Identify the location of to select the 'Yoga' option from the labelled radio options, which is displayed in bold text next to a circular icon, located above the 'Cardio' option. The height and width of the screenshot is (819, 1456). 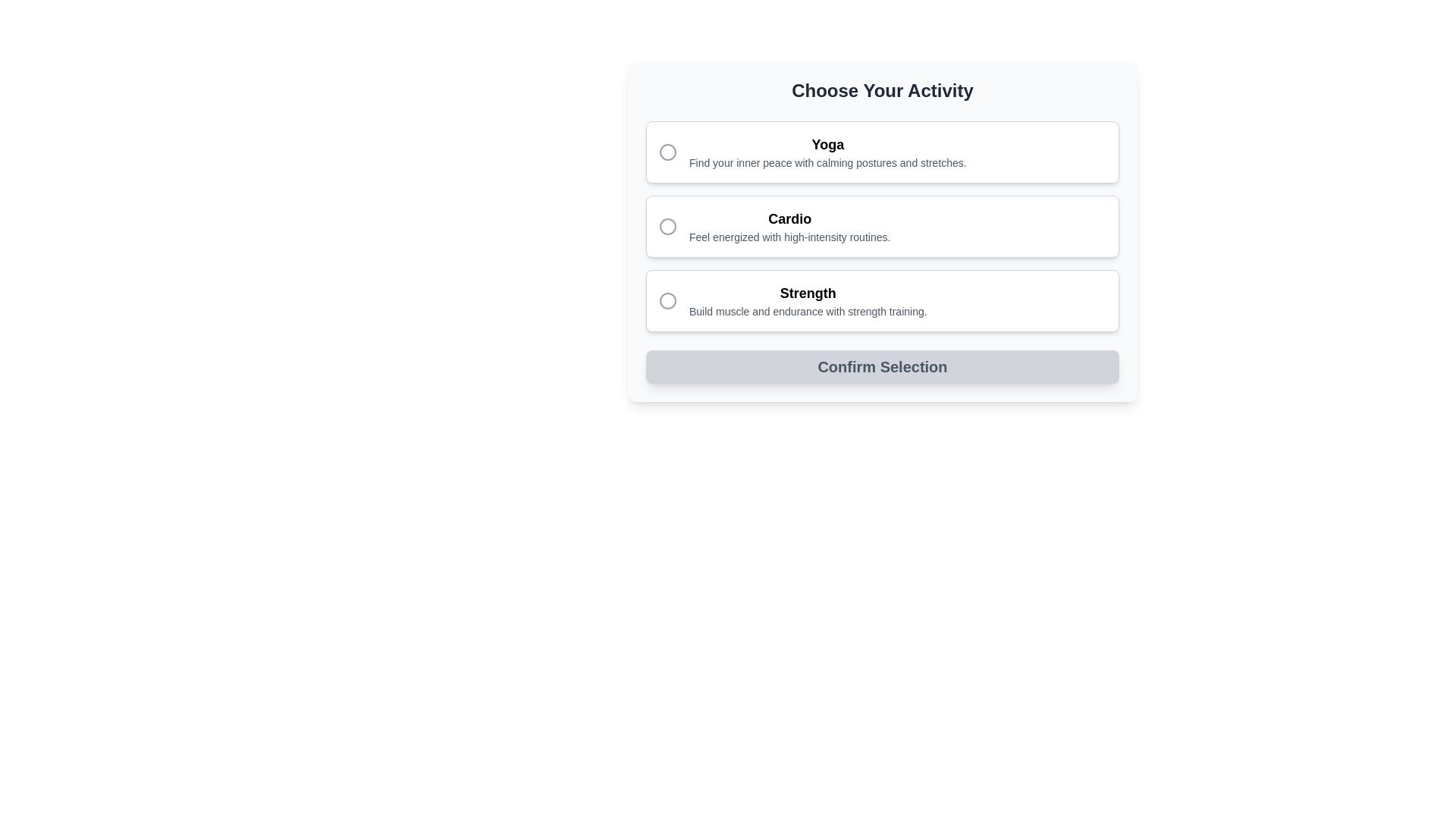
(811, 152).